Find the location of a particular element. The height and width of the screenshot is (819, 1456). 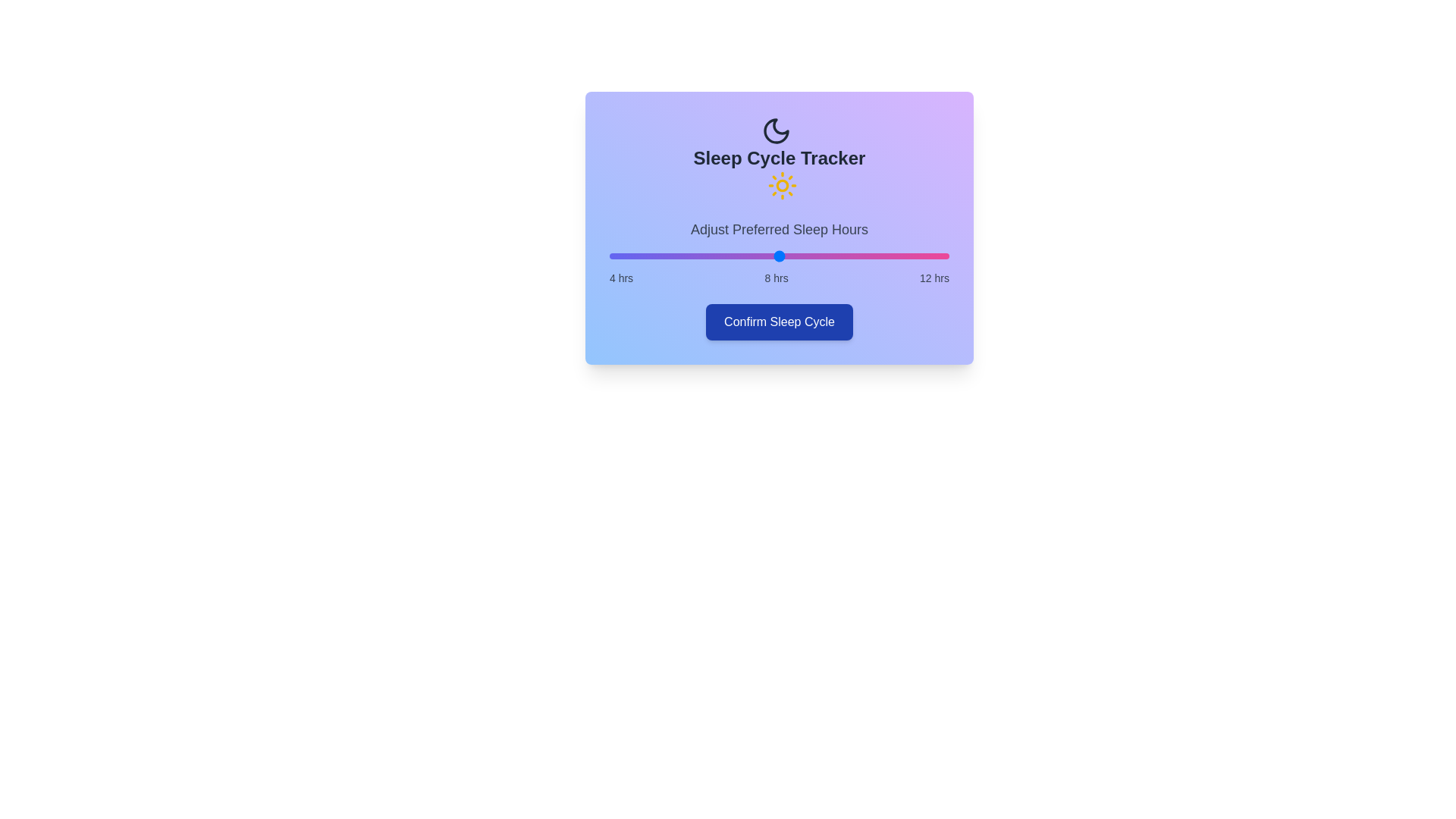

the sleep hours slider to 7 hours is located at coordinates (736, 256).